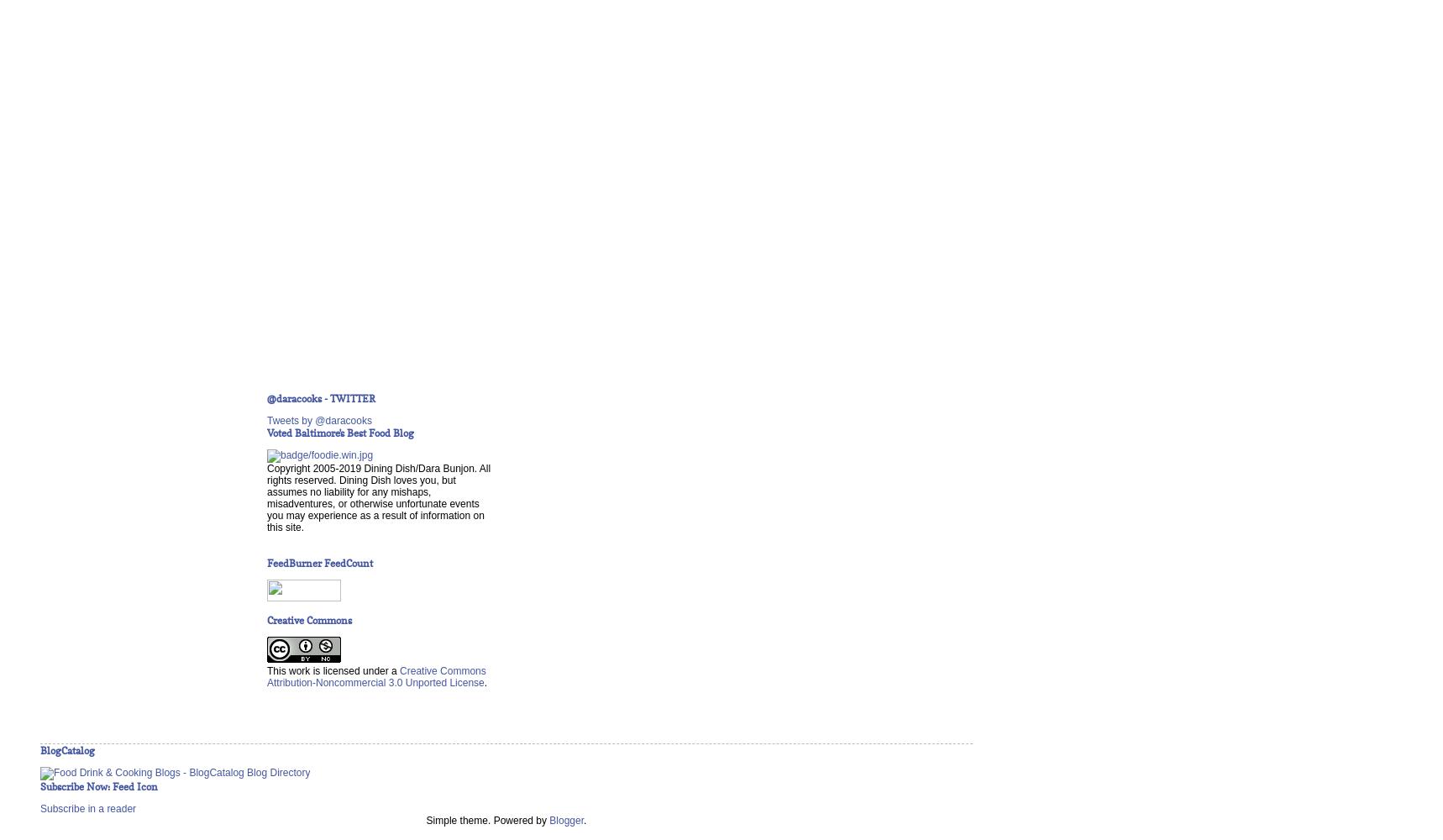  What do you see at coordinates (339, 433) in the screenshot?
I see `'Voted Baltimore's Best Food Blog'` at bounding box center [339, 433].